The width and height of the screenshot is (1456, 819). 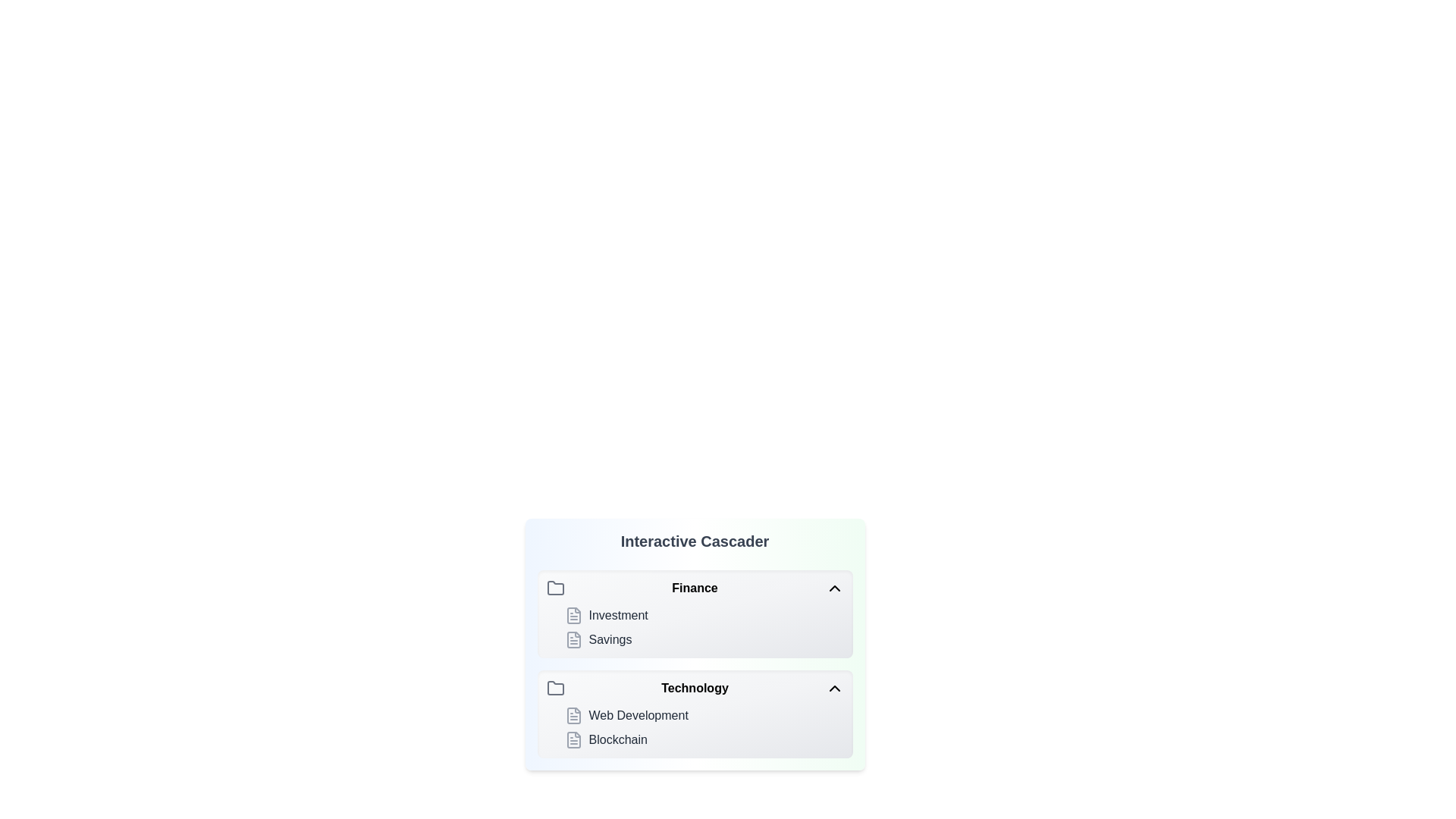 What do you see at coordinates (833, 688) in the screenshot?
I see `the Icon Button located on the right side of the 'Technology' header to trigger interaction feedback` at bounding box center [833, 688].